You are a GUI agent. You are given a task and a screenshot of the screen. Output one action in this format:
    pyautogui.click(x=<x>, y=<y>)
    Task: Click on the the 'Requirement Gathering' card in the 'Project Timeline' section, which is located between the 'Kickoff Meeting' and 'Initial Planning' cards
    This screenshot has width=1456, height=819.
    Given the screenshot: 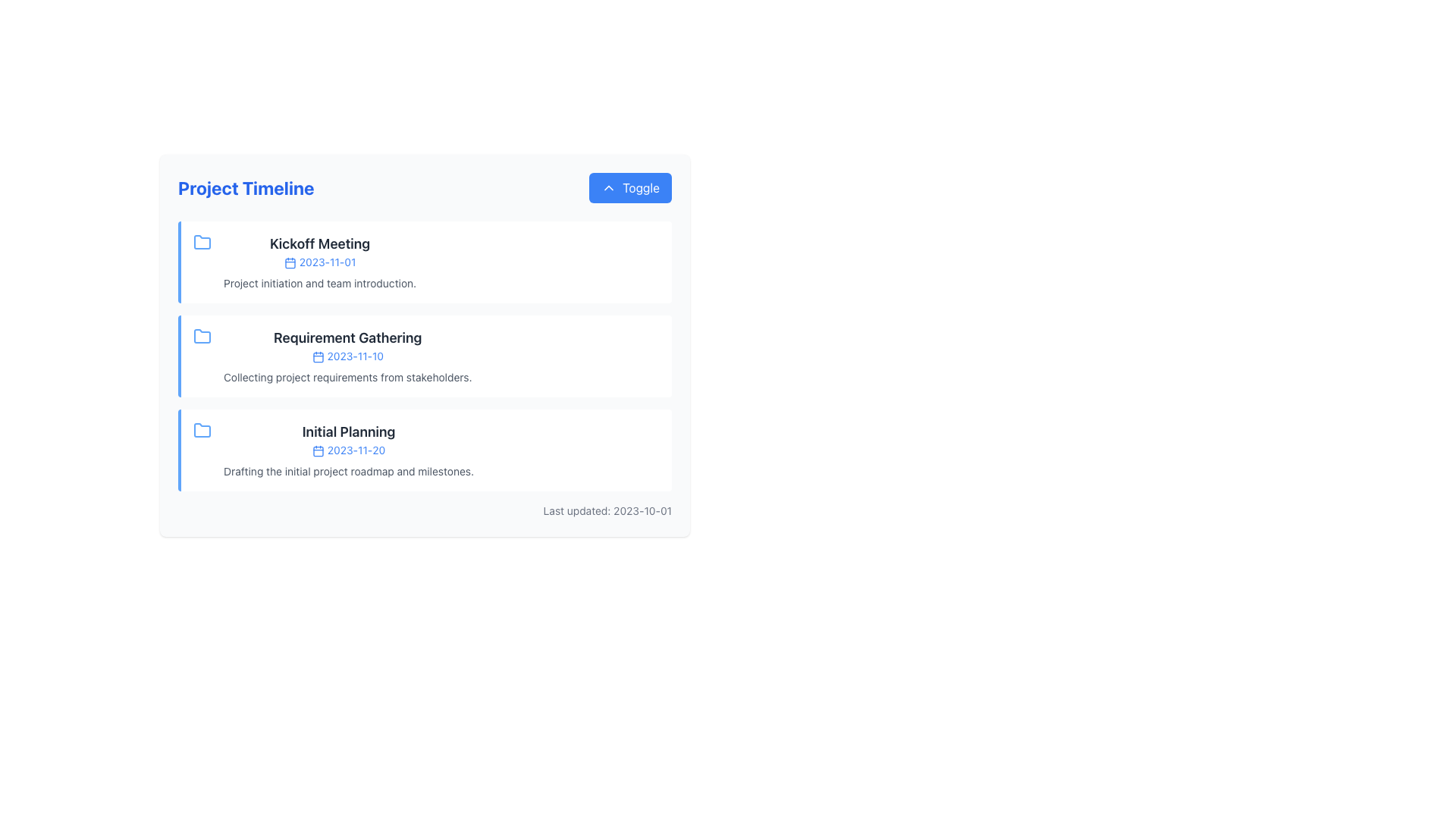 What is the action you would take?
    pyautogui.click(x=425, y=345)
    